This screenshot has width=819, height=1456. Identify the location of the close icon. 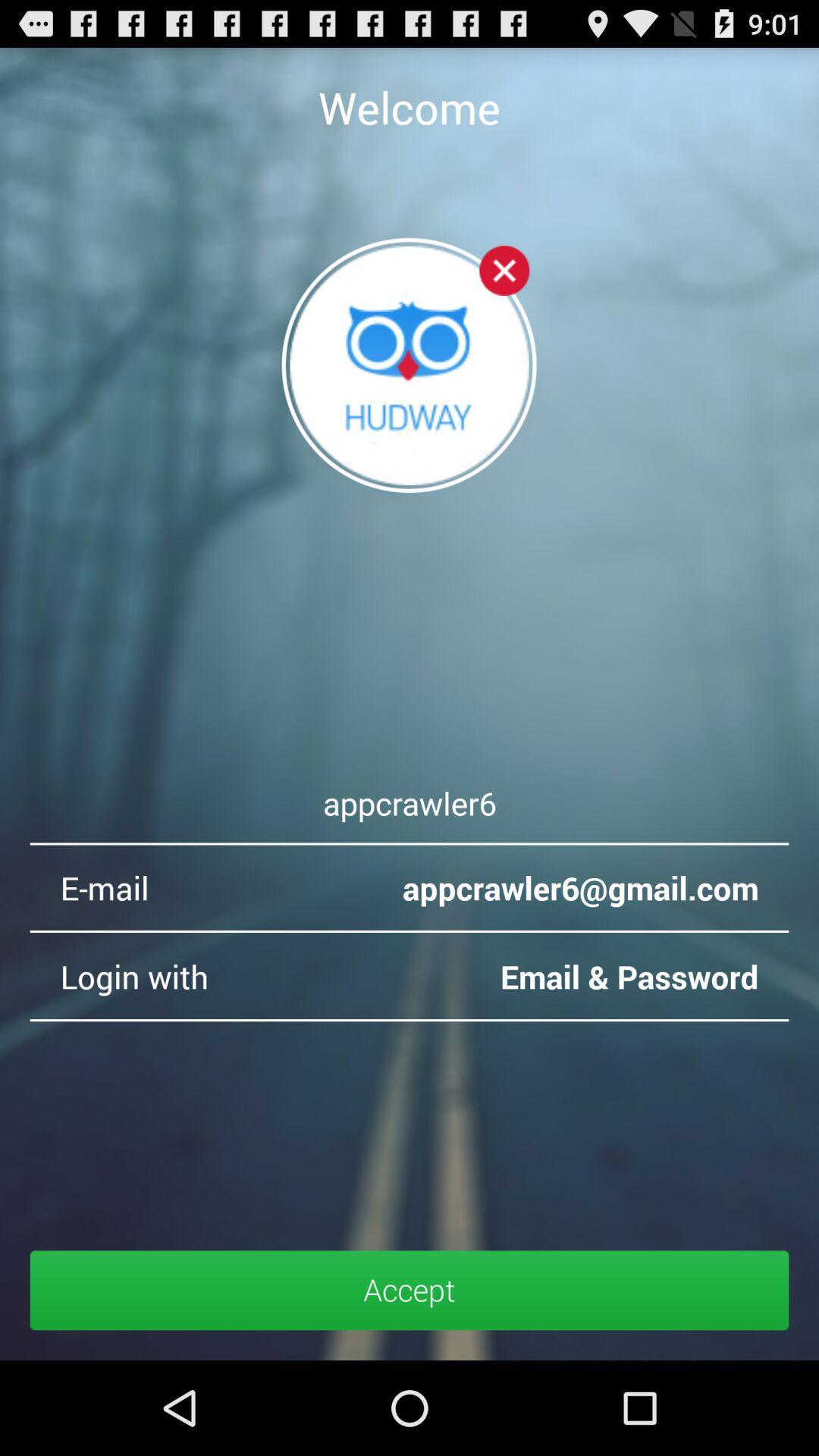
(504, 290).